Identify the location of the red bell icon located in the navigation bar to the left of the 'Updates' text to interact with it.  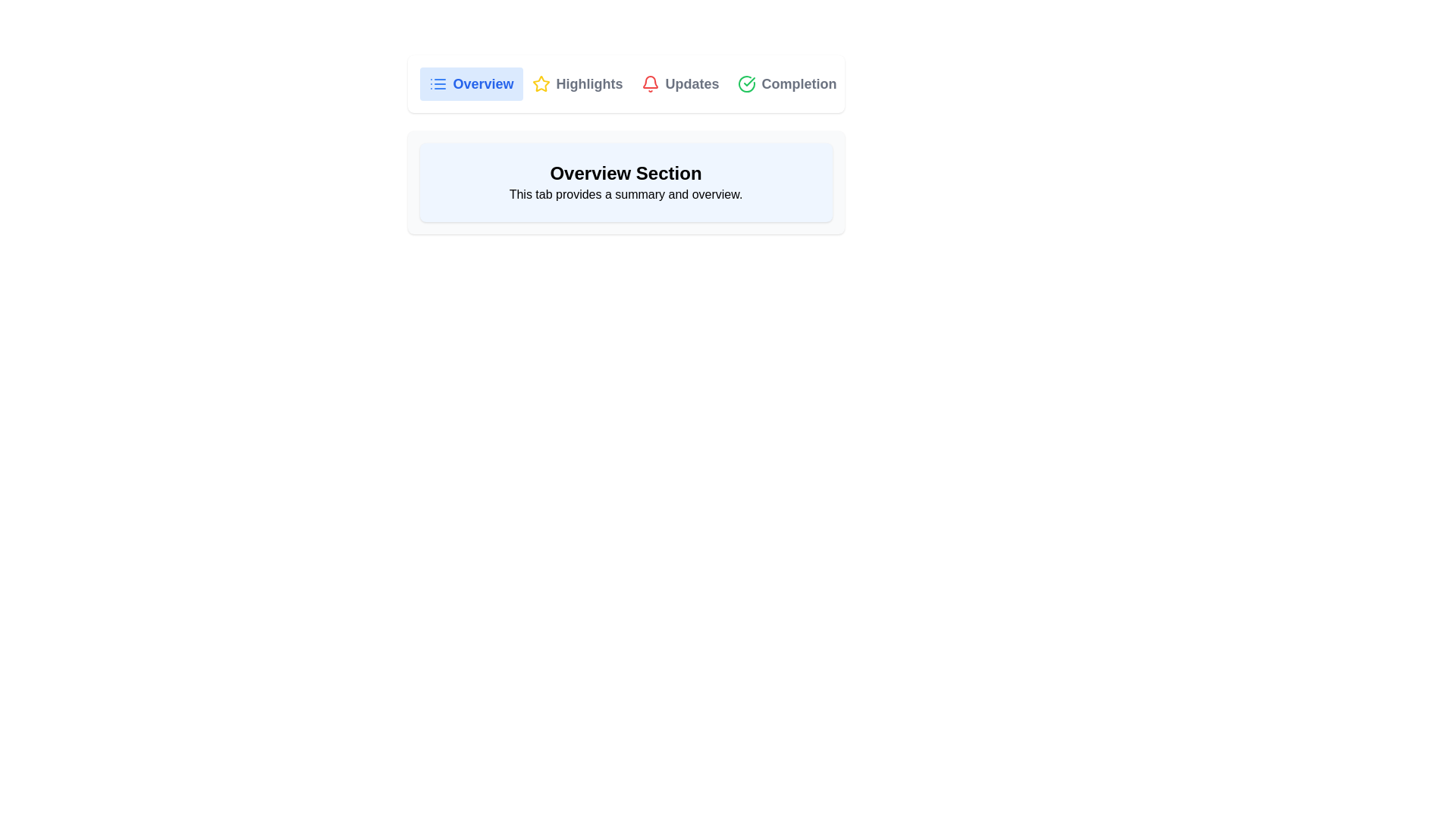
(650, 84).